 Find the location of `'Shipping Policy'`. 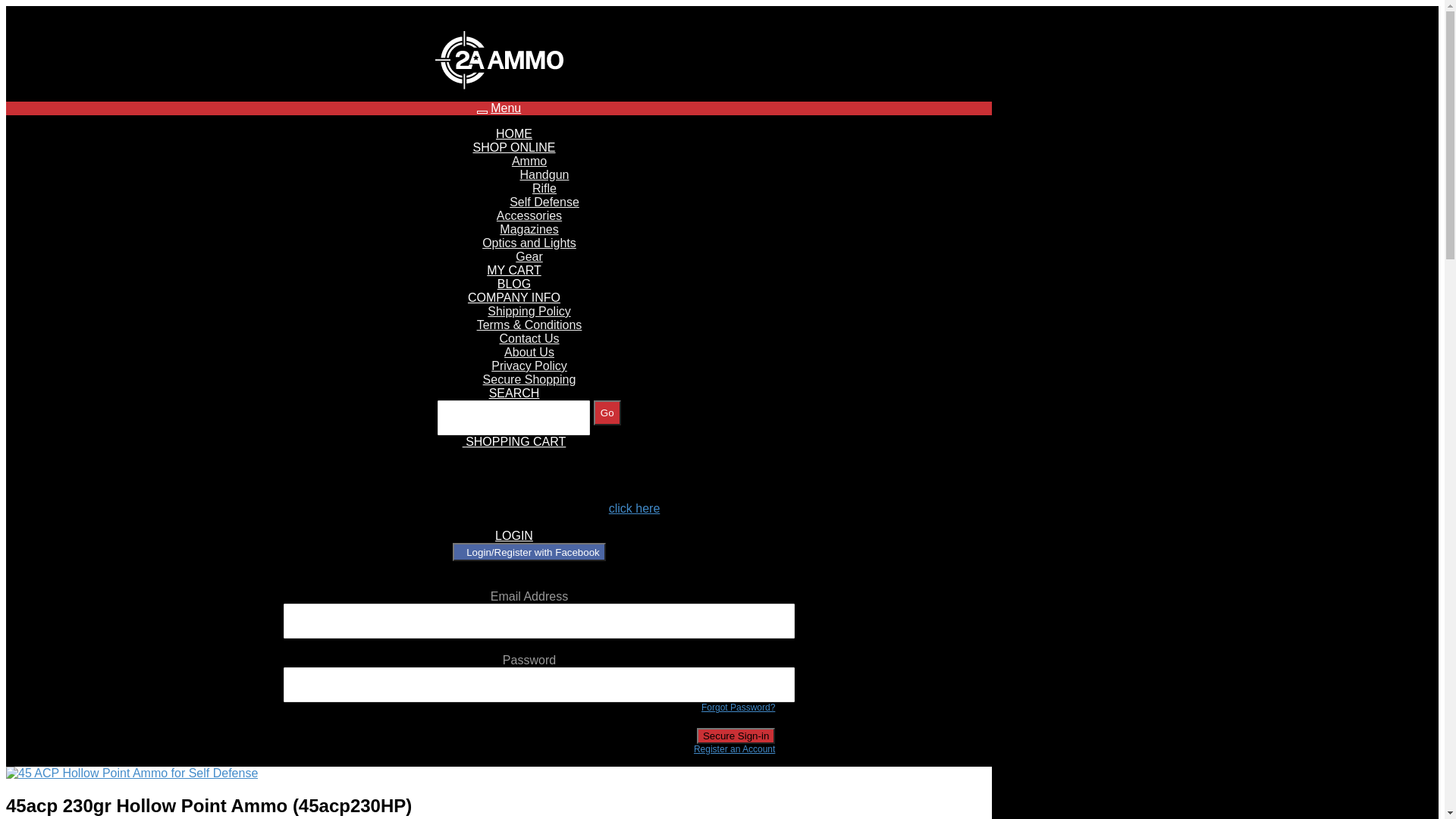

'Shipping Policy' is located at coordinates (529, 310).